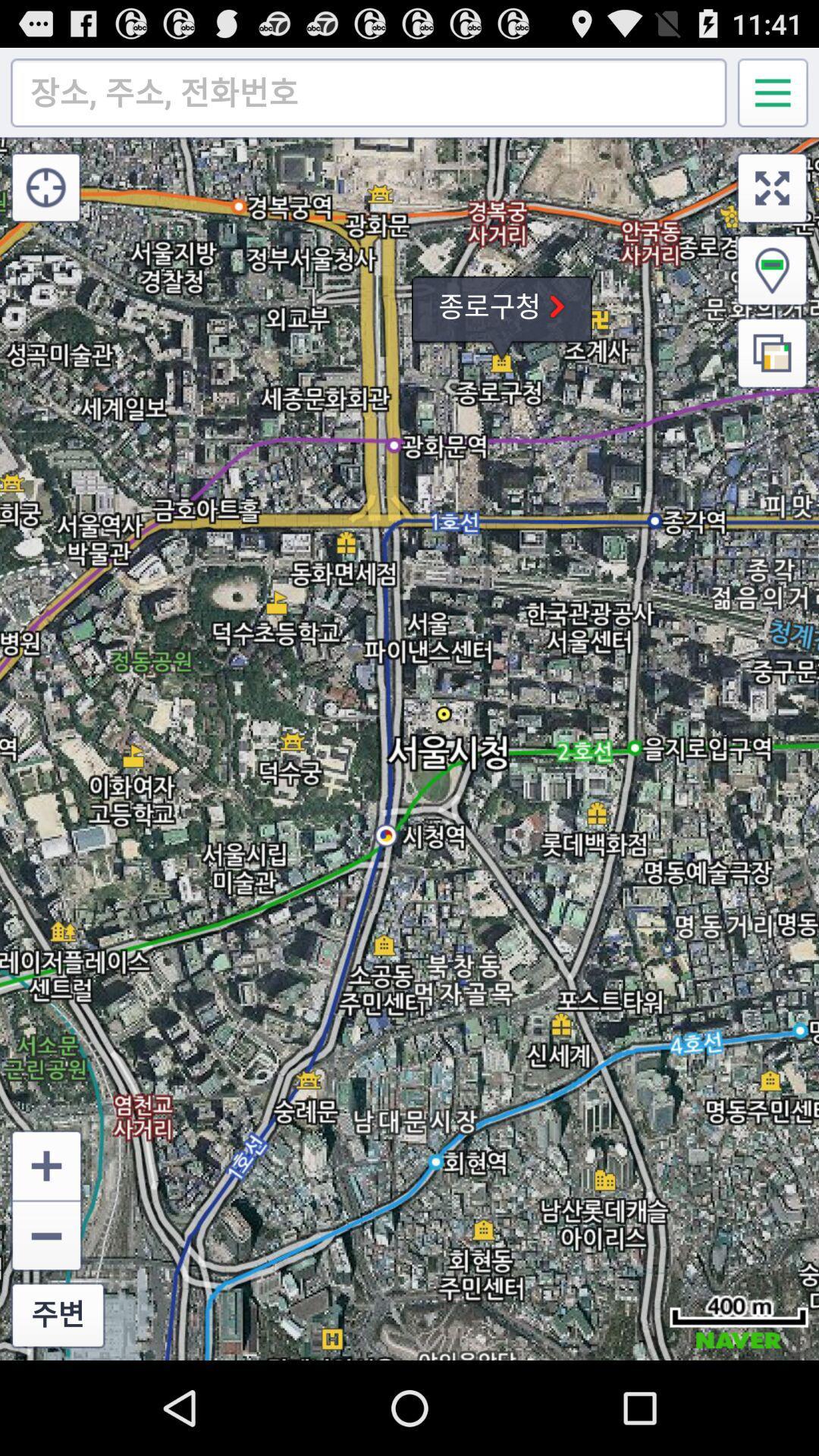 Image resolution: width=819 pixels, height=1456 pixels. What do you see at coordinates (45, 187) in the screenshot?
I see `icon at the top left corner` at bounding box center [45, 187].